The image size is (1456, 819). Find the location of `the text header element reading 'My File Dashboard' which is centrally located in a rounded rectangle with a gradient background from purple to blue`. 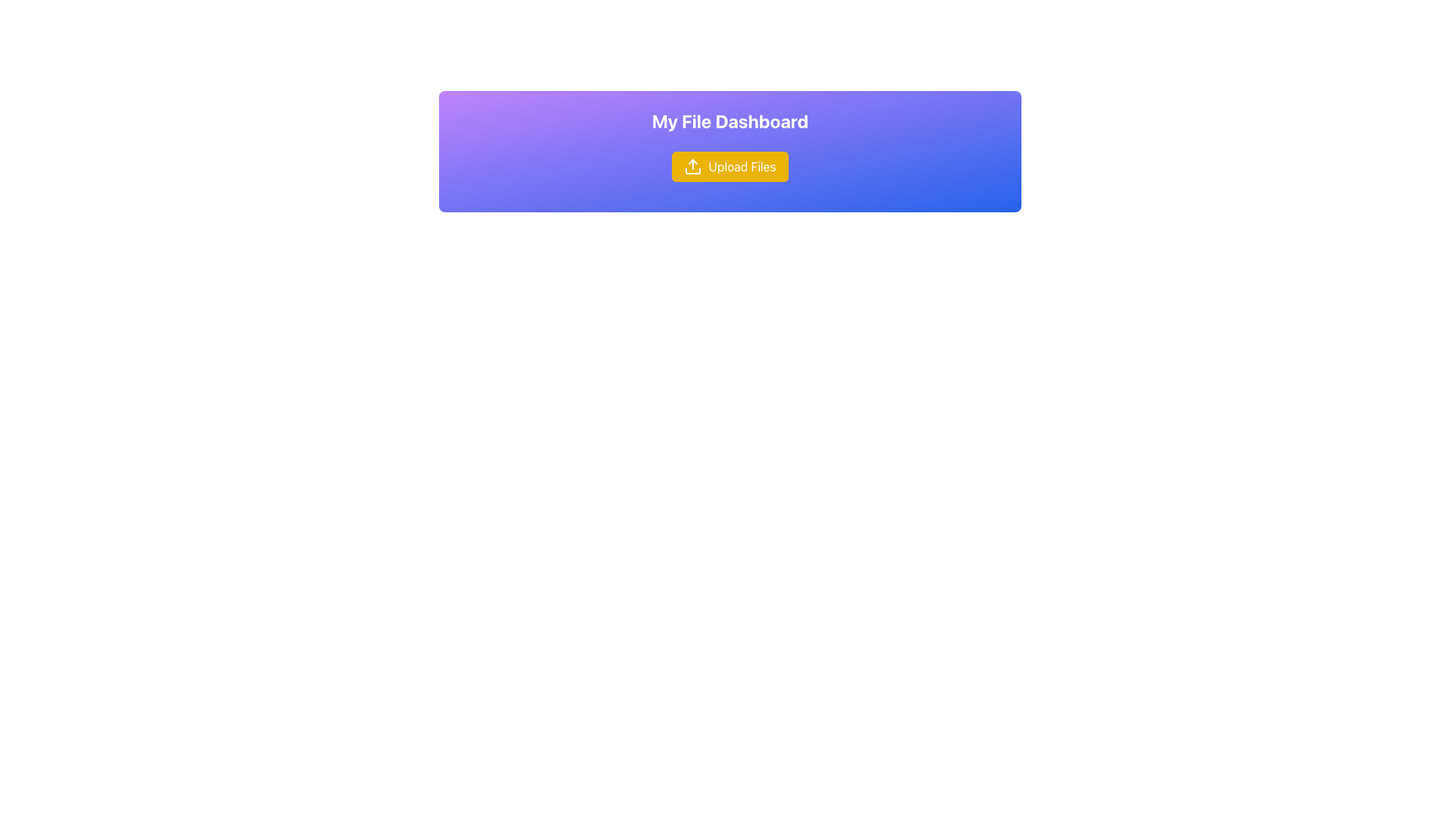

the text header element reading 'My File Dashboard' which is centrally located in a rounded rectangle with a gradient background from purple to blue is located at coordinates (730, 120).